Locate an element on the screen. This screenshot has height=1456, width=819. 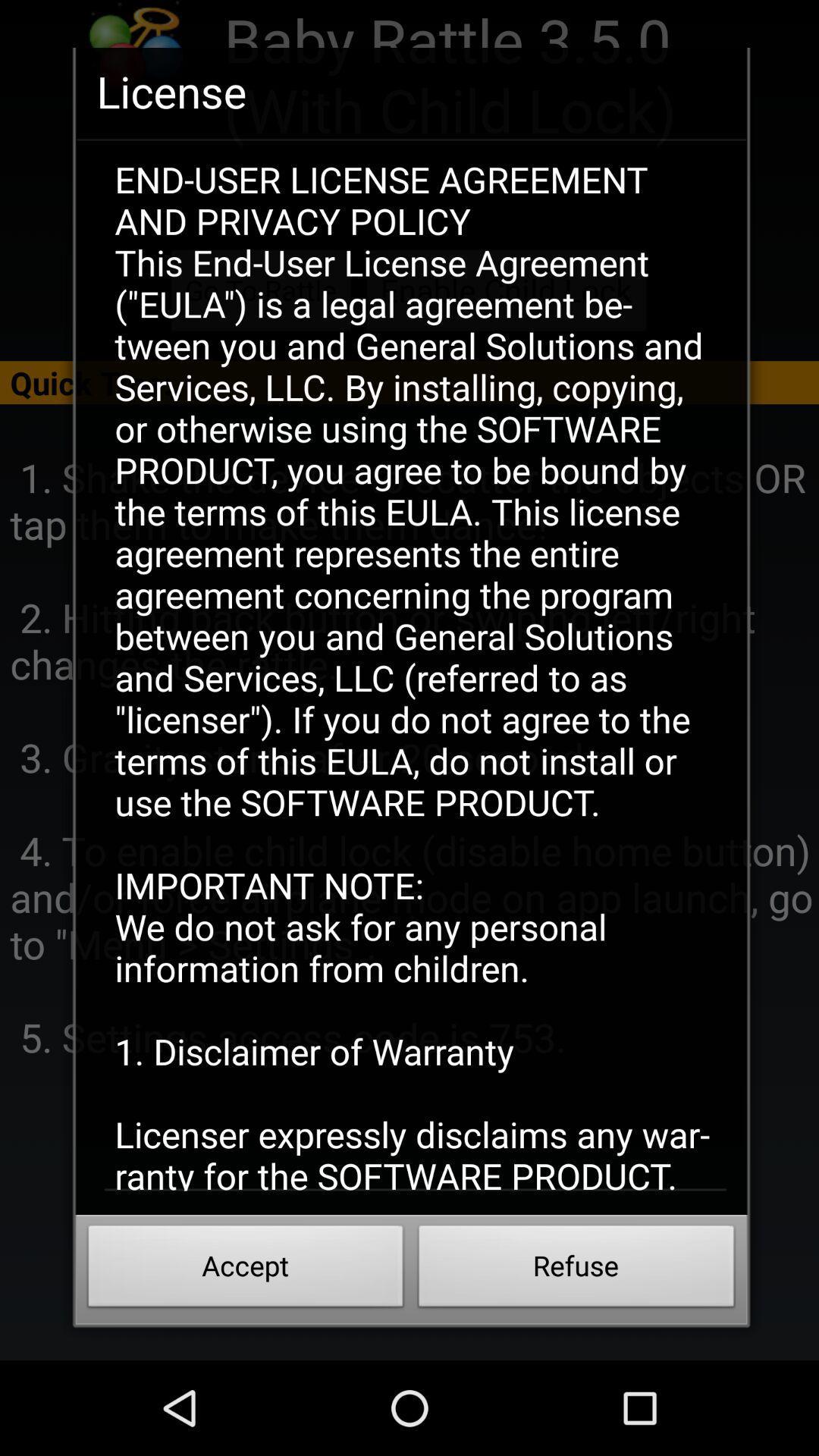
the refuse item is located at coordinates (576, 1270).